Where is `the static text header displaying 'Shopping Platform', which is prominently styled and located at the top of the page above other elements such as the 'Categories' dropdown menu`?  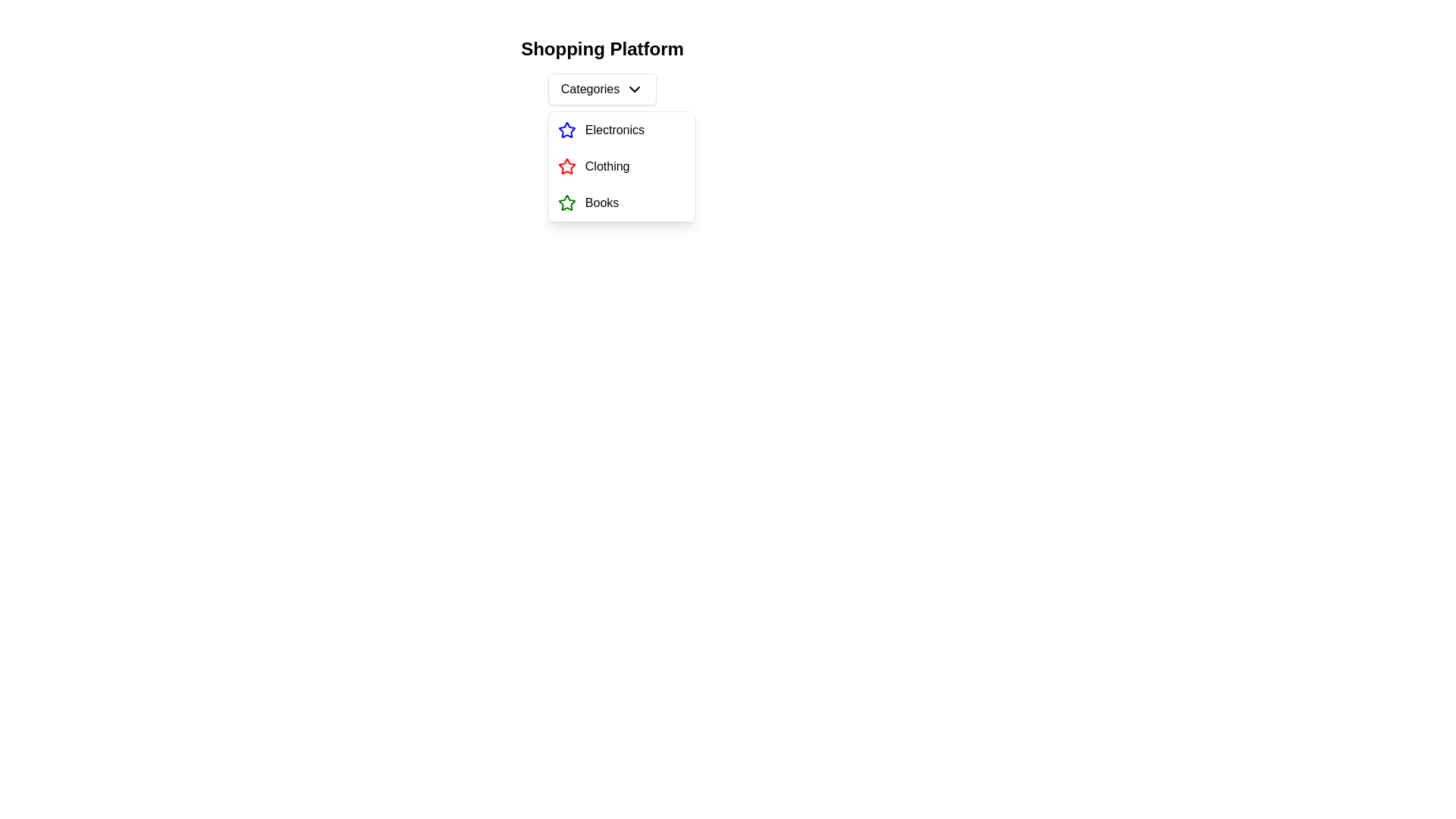
the static text header displaying 'Shopping Platform', which is prominently styled and located at the top of the page above other elements such as the 'Categories' dropdown menu is located at coordinates (601, 49).